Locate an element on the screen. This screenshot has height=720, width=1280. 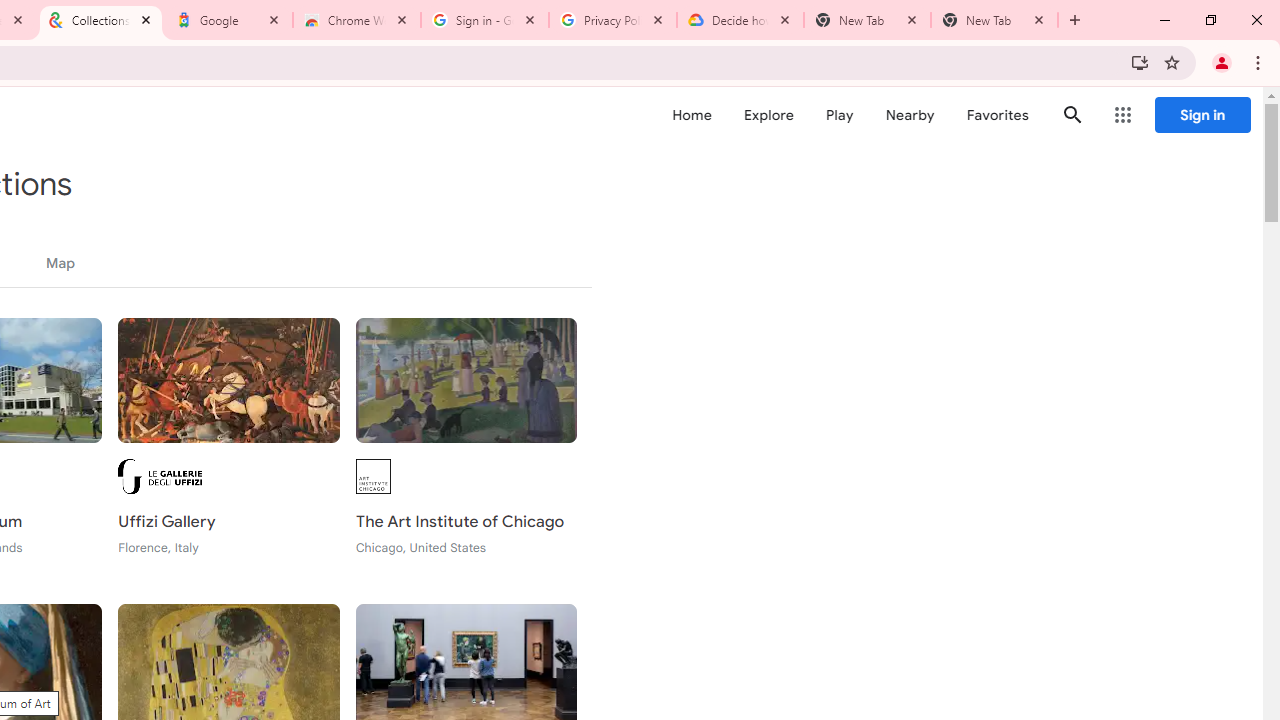
'Uffizi Gallery Florence, Italy' is located at coordinates (229, 448).